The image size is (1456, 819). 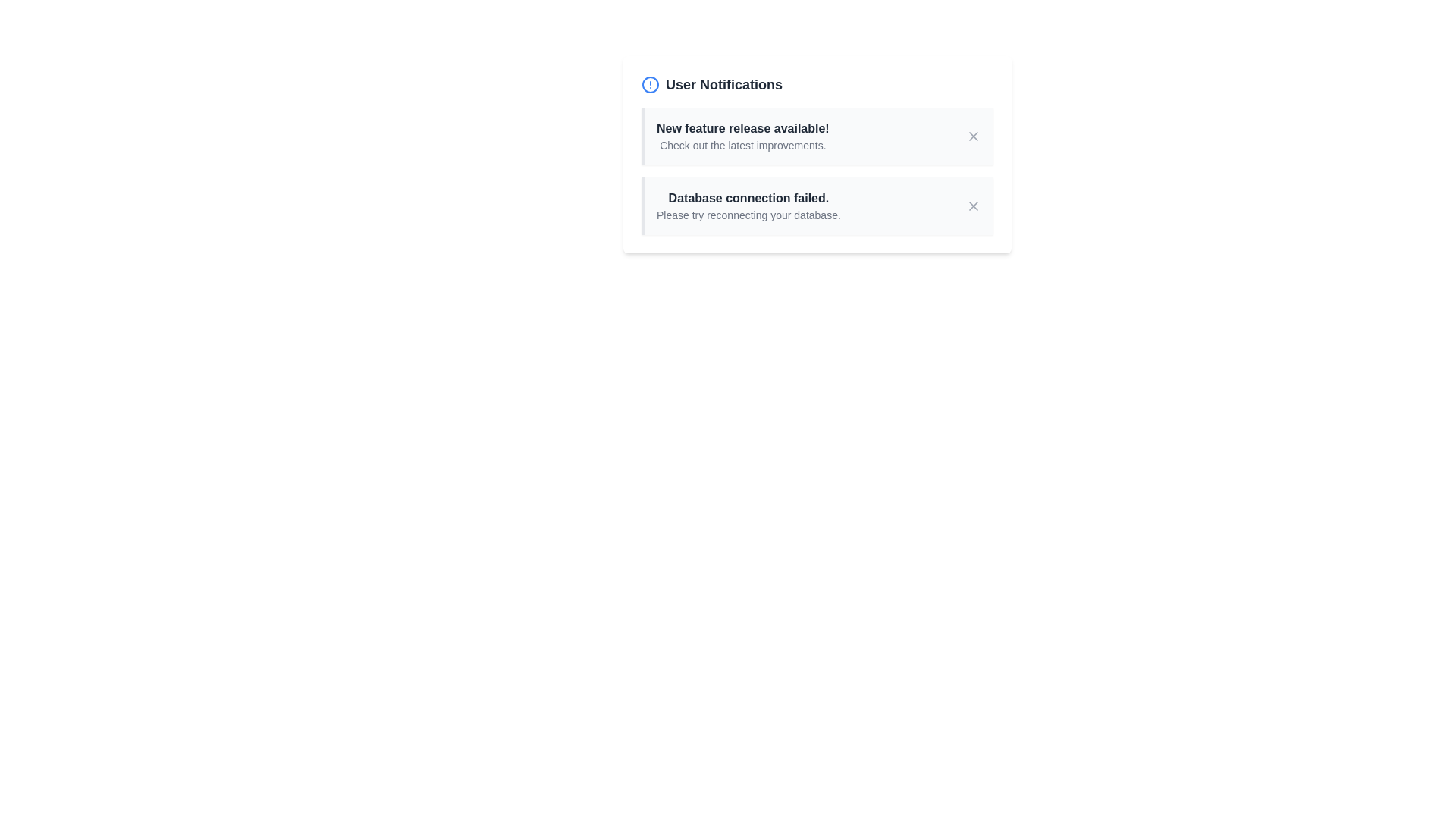 I want to click on the small blue circle within the SVG structure that represents an alert or notification, located to the left of the header text 'User Notifications', so click(x=651, y=84).